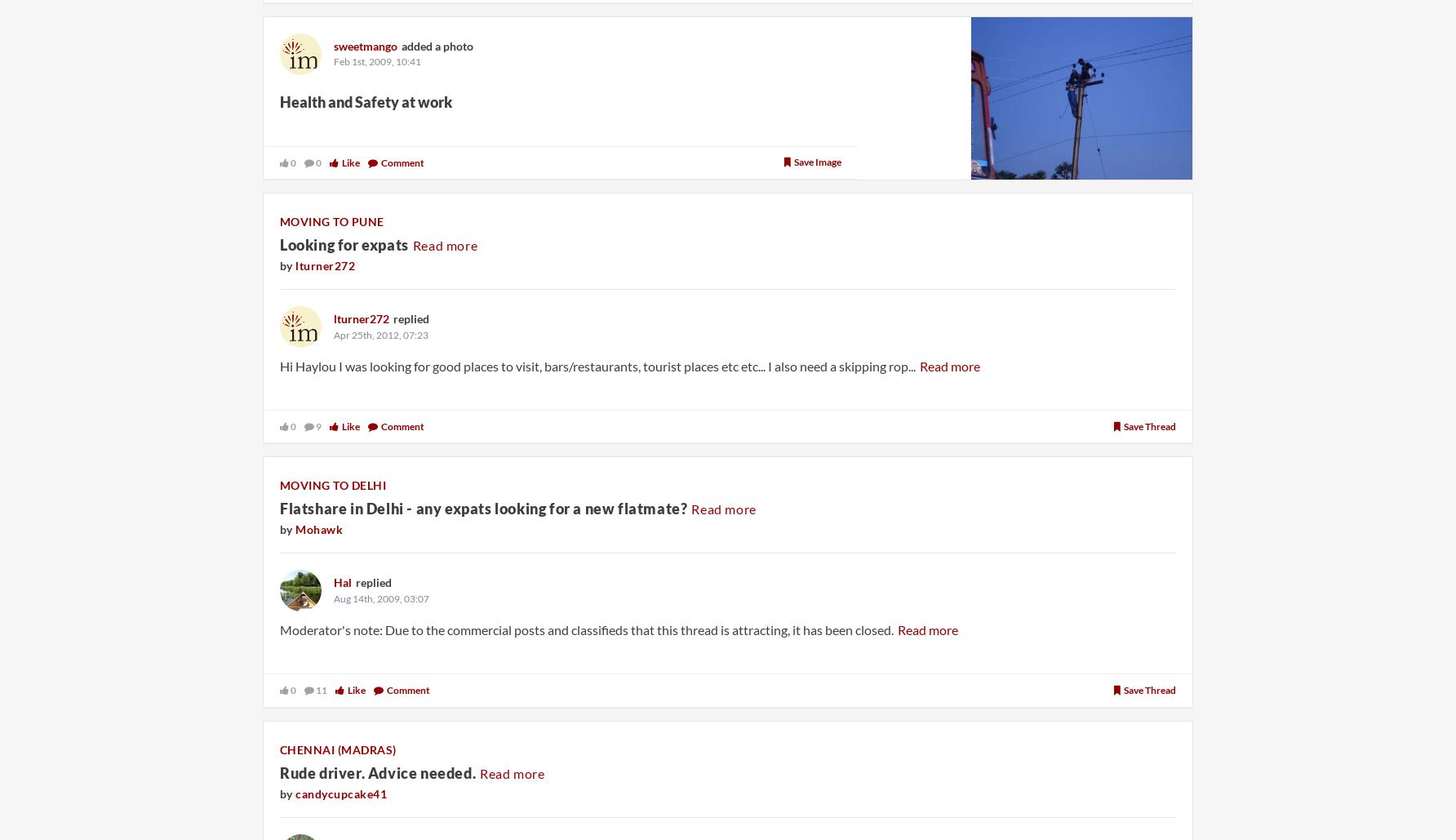  I want to click on 'Apr 25th, 2012, 07:23', so click(381, 333).